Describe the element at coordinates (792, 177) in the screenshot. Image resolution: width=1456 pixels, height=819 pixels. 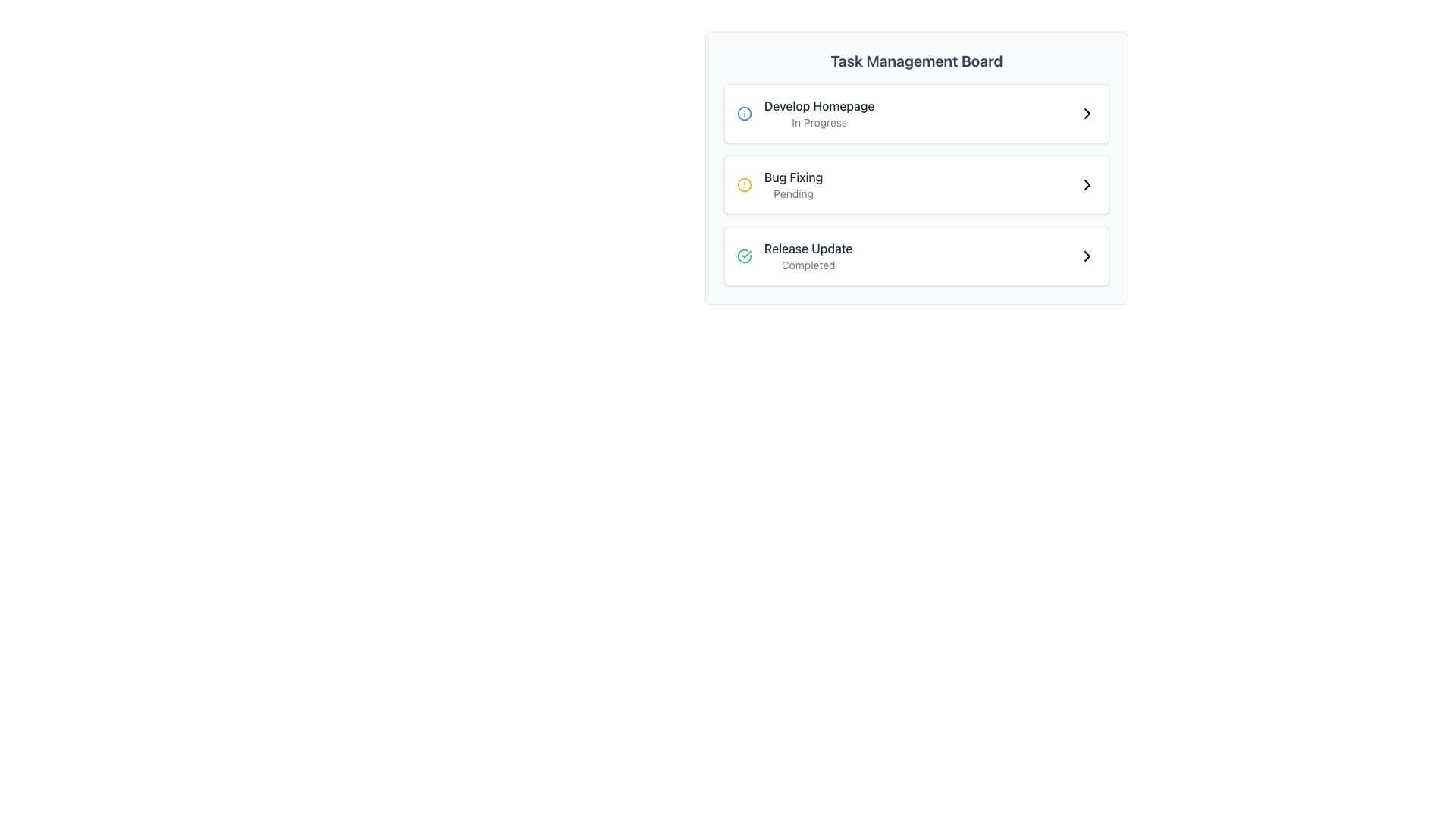
I see `the Text Label that serves as the title or identifier for the second task entry in the task management board interface, located above the subtitle 'Pending' and to the left of the arrow icon` at that location.